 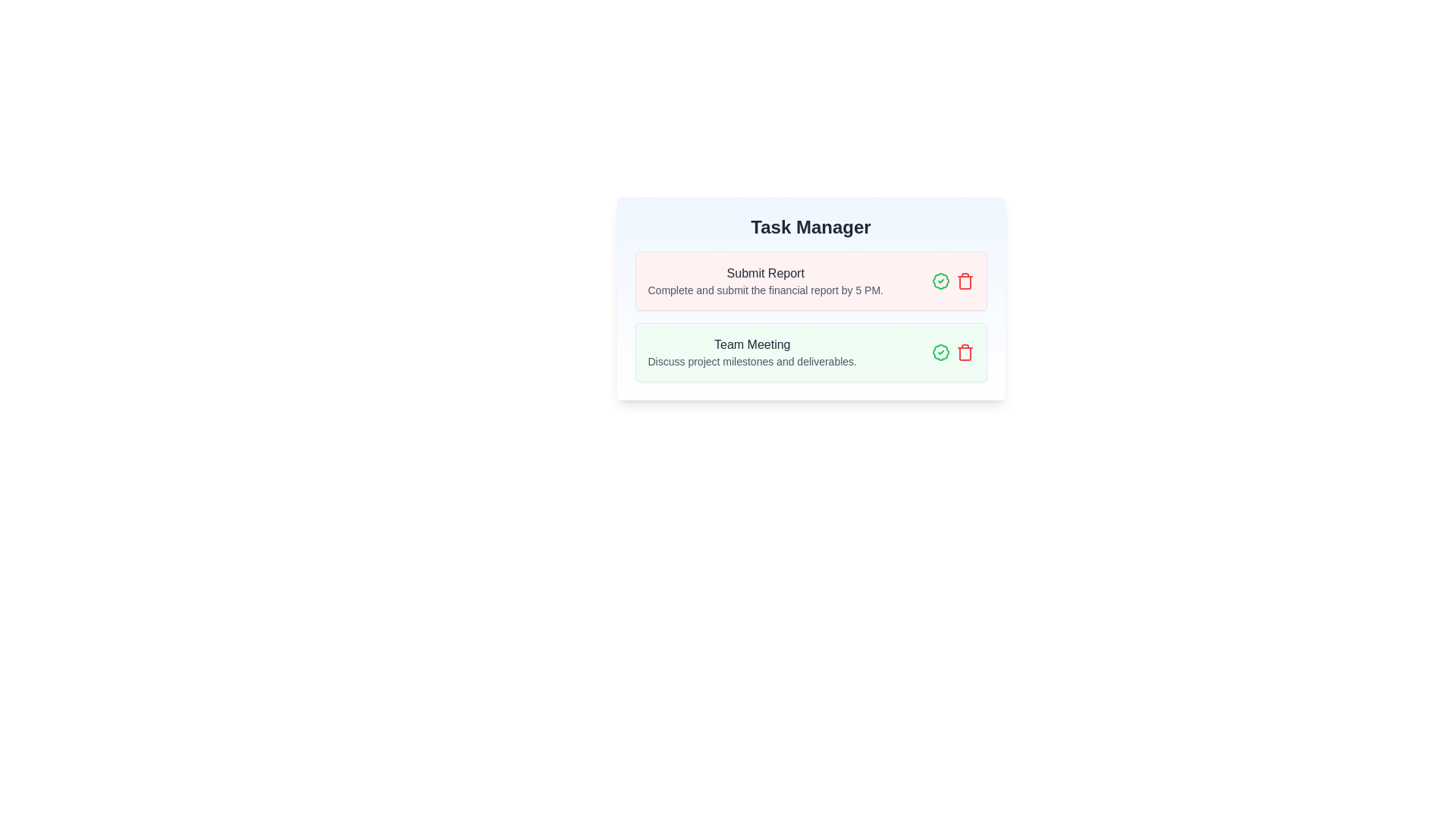 I want to click on text content of the label that says 'Discuss project milestones and deliverables.' located beneath the title 'Team Meeting' in a green-highlighted panel, so click(x=752, y=362).